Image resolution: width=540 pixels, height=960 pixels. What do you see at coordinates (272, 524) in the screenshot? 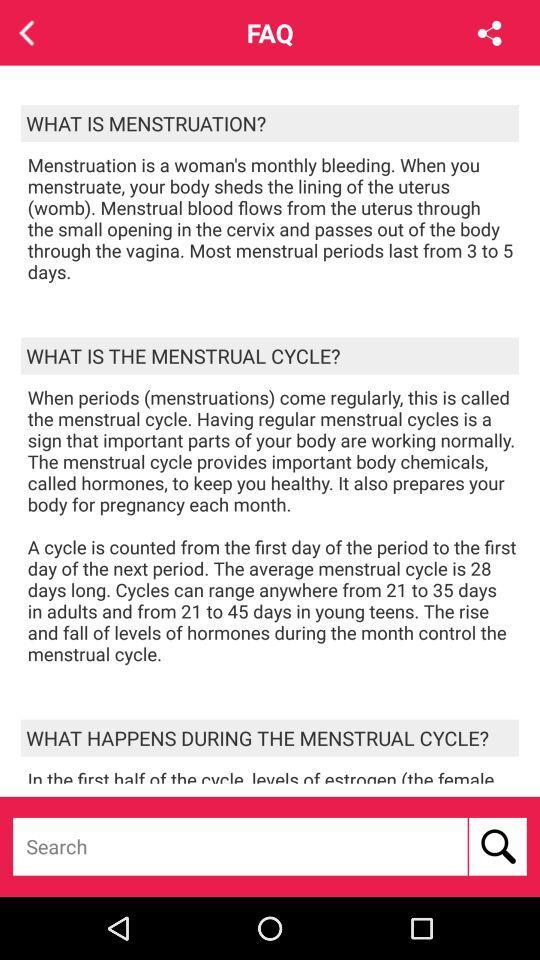
I see `the app above the what happens during icon` at bounding box center [272, 524].